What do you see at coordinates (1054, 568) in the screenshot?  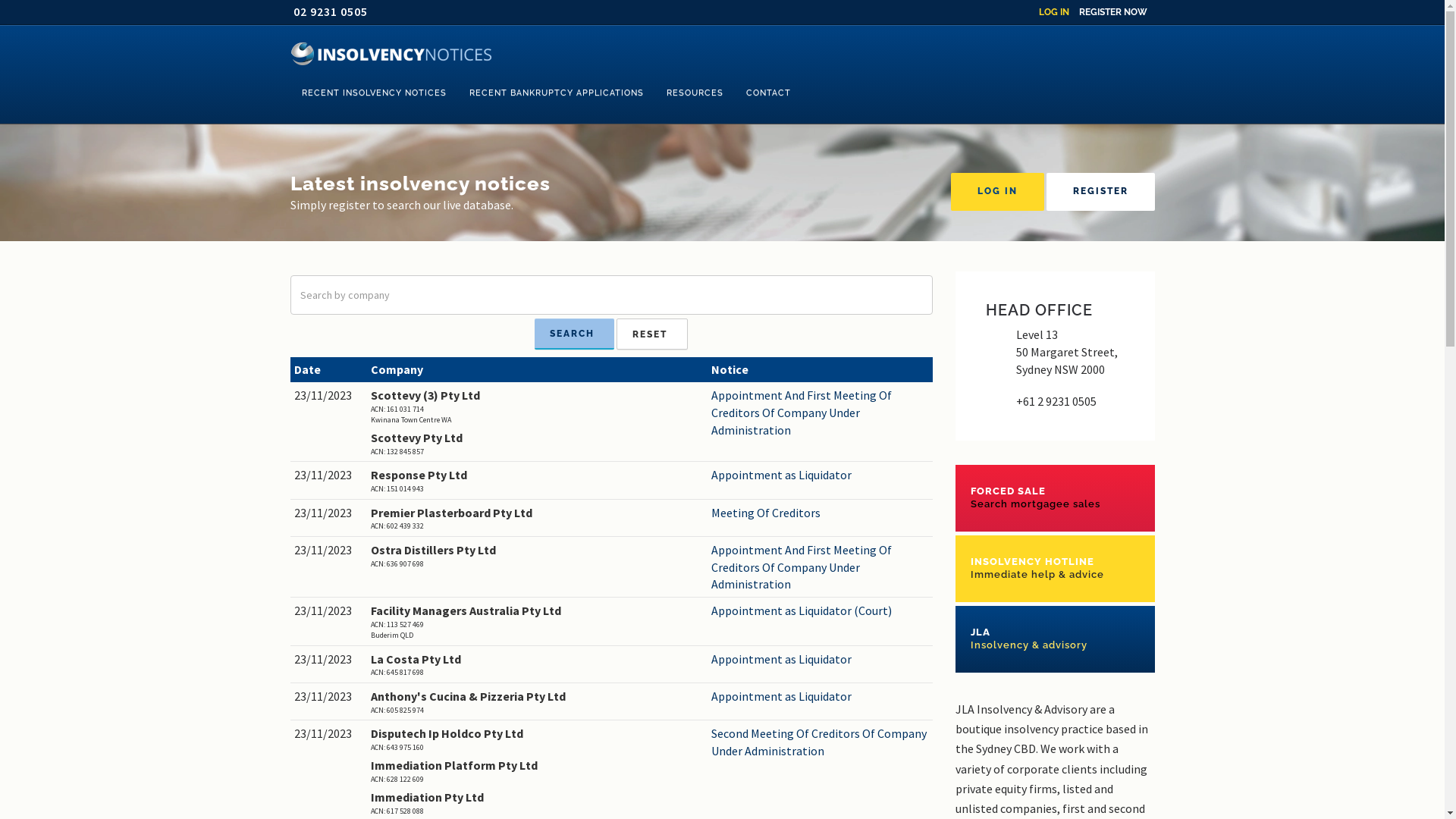 I see `'INSOLVENCY HOTLINE` at bounding box center [1054, 568].